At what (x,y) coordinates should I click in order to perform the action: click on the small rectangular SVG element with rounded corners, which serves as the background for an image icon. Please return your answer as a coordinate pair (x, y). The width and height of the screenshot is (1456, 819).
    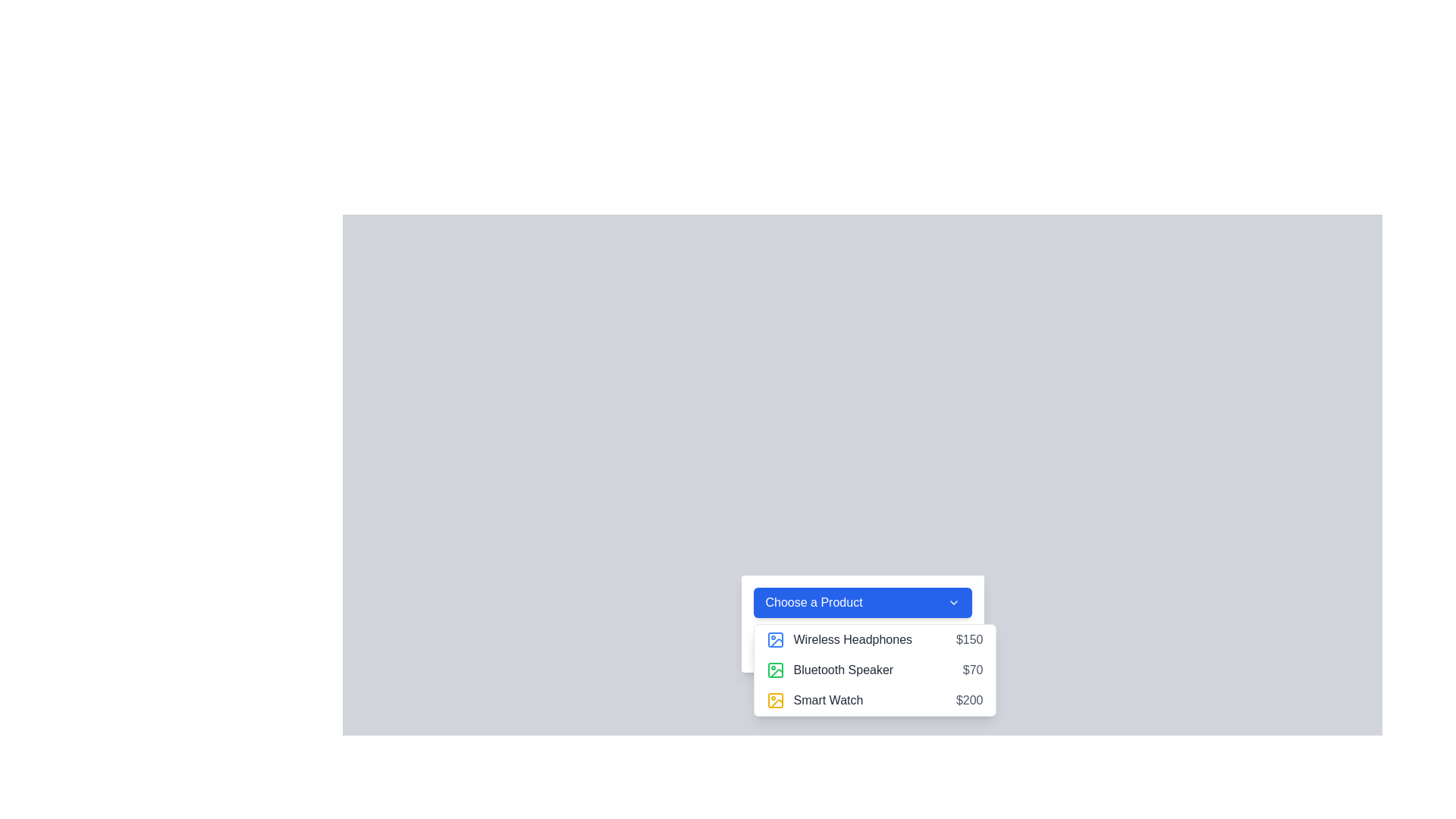
    Looking at the image, I should click on (775, 640).